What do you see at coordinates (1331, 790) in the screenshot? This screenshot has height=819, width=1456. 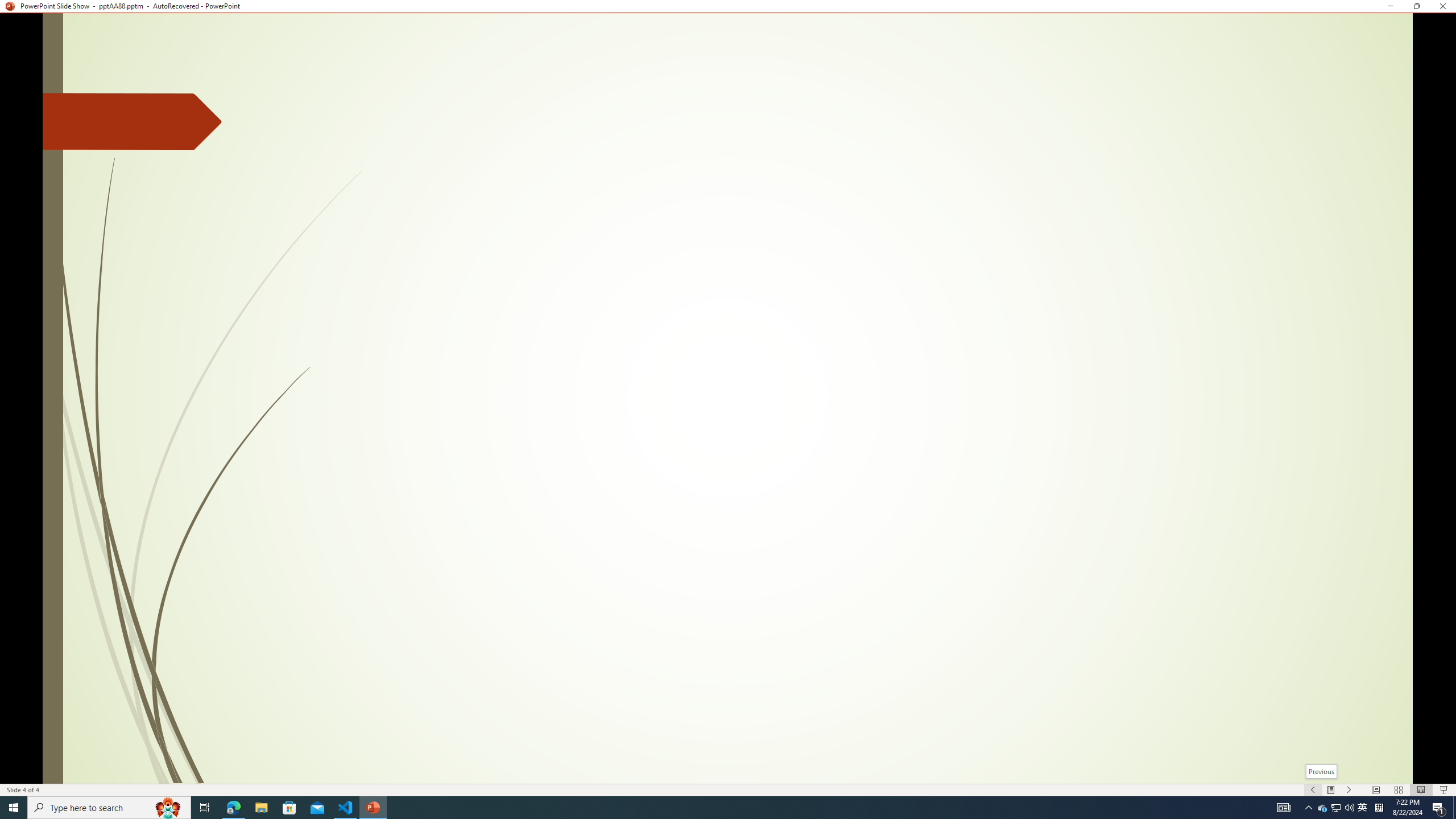 I see `'Menu On'` at bounding box center [1331, 790].